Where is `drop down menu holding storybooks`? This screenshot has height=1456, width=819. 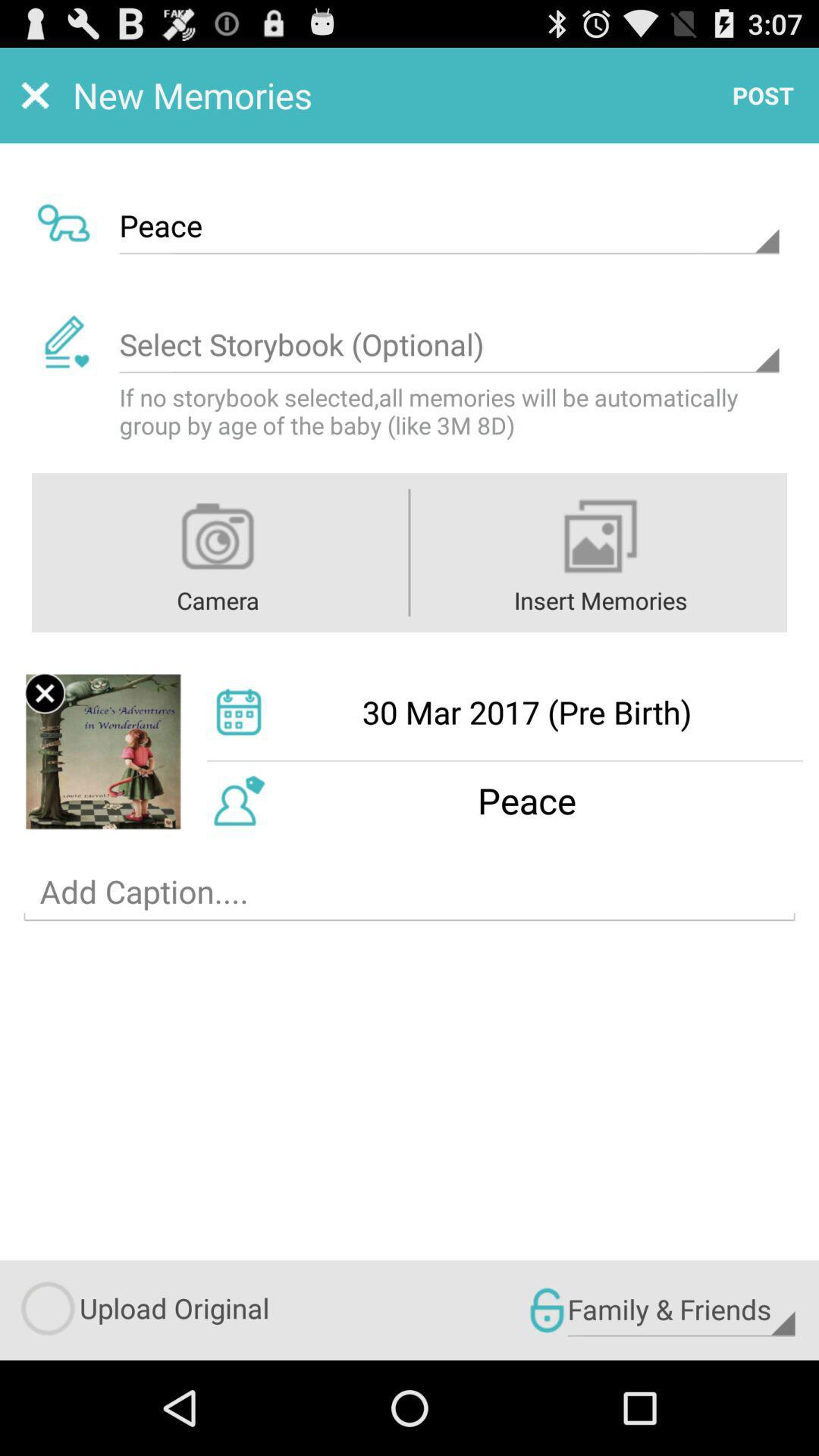 drop down menu holding storybooks is located at coordinates (448, 344).